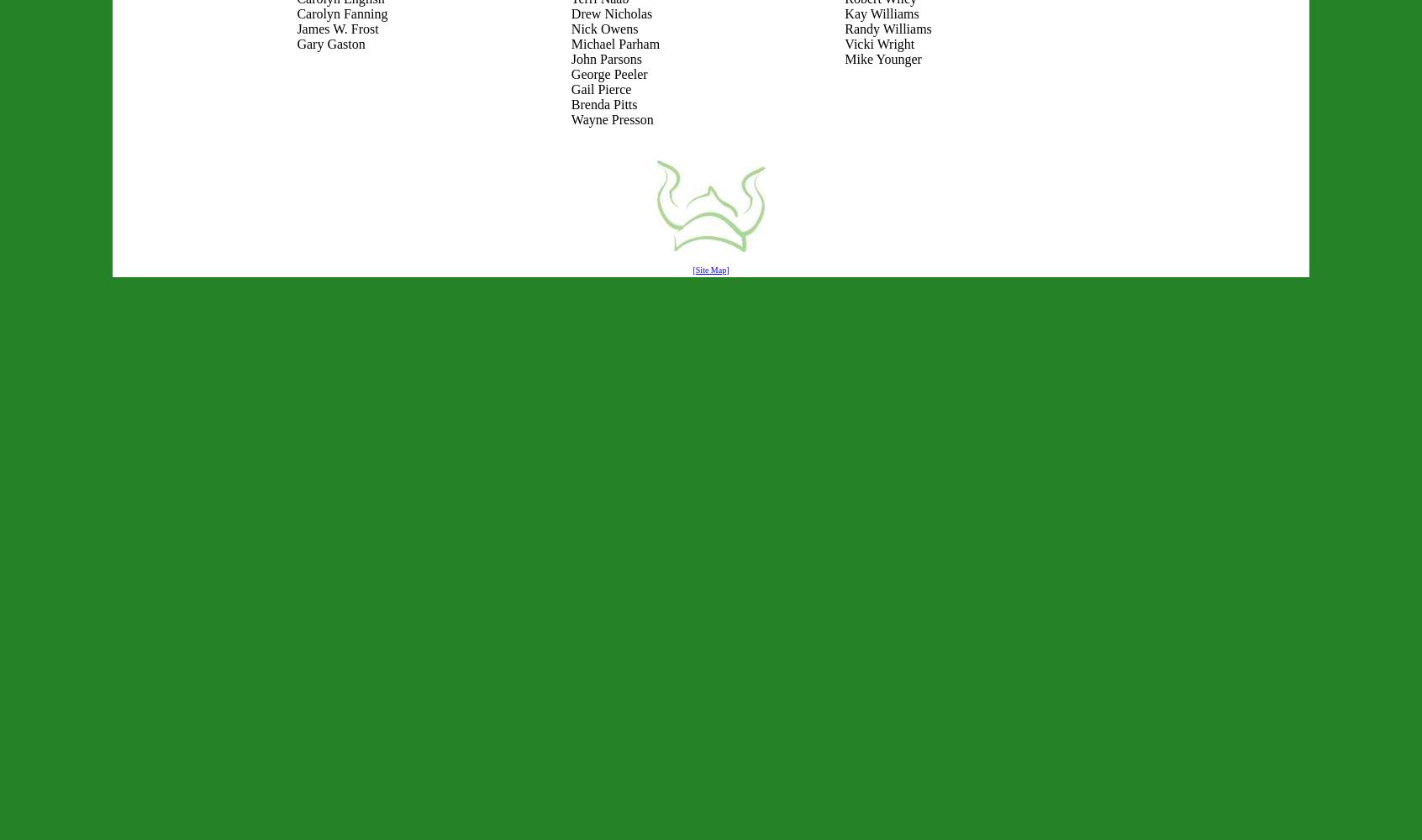 The image size is (1422, 840). What do you see at coordinates (330, 44) in the screenshot?
I see `'Gary Gaston'` at bounding box center [330, 44].